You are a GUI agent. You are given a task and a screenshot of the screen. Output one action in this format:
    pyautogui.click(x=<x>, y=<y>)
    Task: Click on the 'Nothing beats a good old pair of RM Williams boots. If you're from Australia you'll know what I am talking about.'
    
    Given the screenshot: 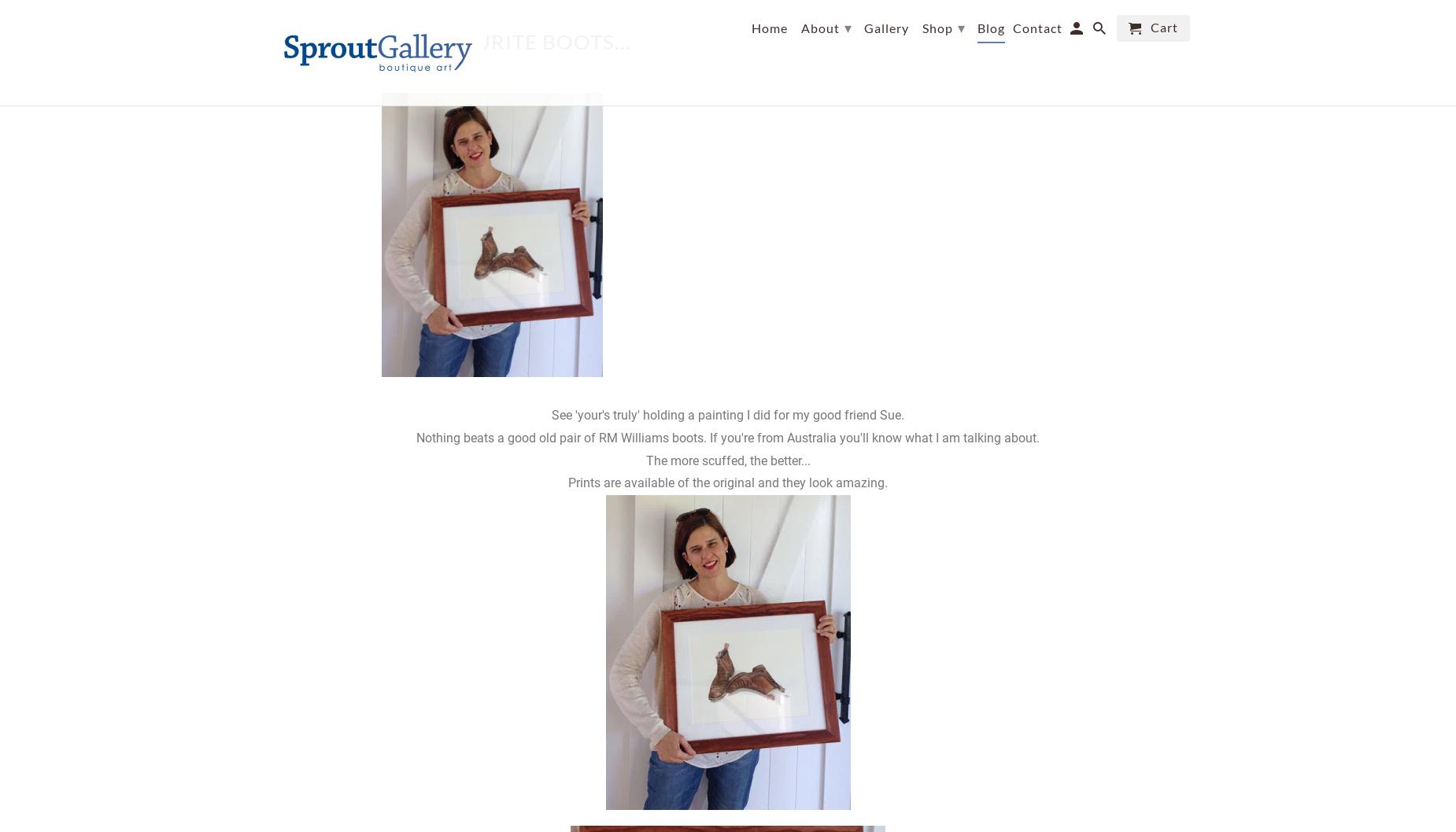 What is the action you would take?
    pyautogui.click(x=728, y=436)
    